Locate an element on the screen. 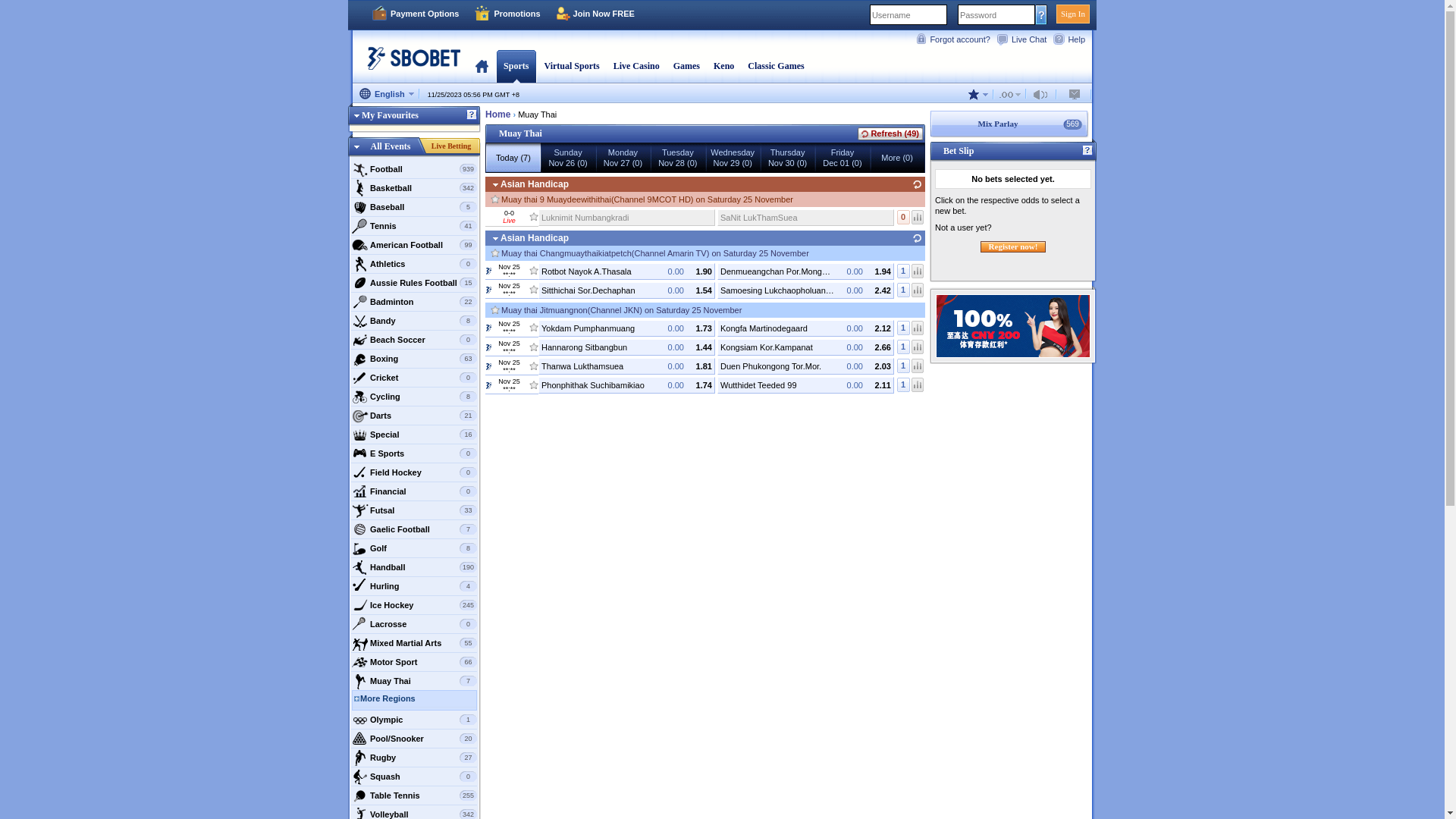 This screenshot has height=819, width=1456. '2.11 is located at coordinates (716, 384).